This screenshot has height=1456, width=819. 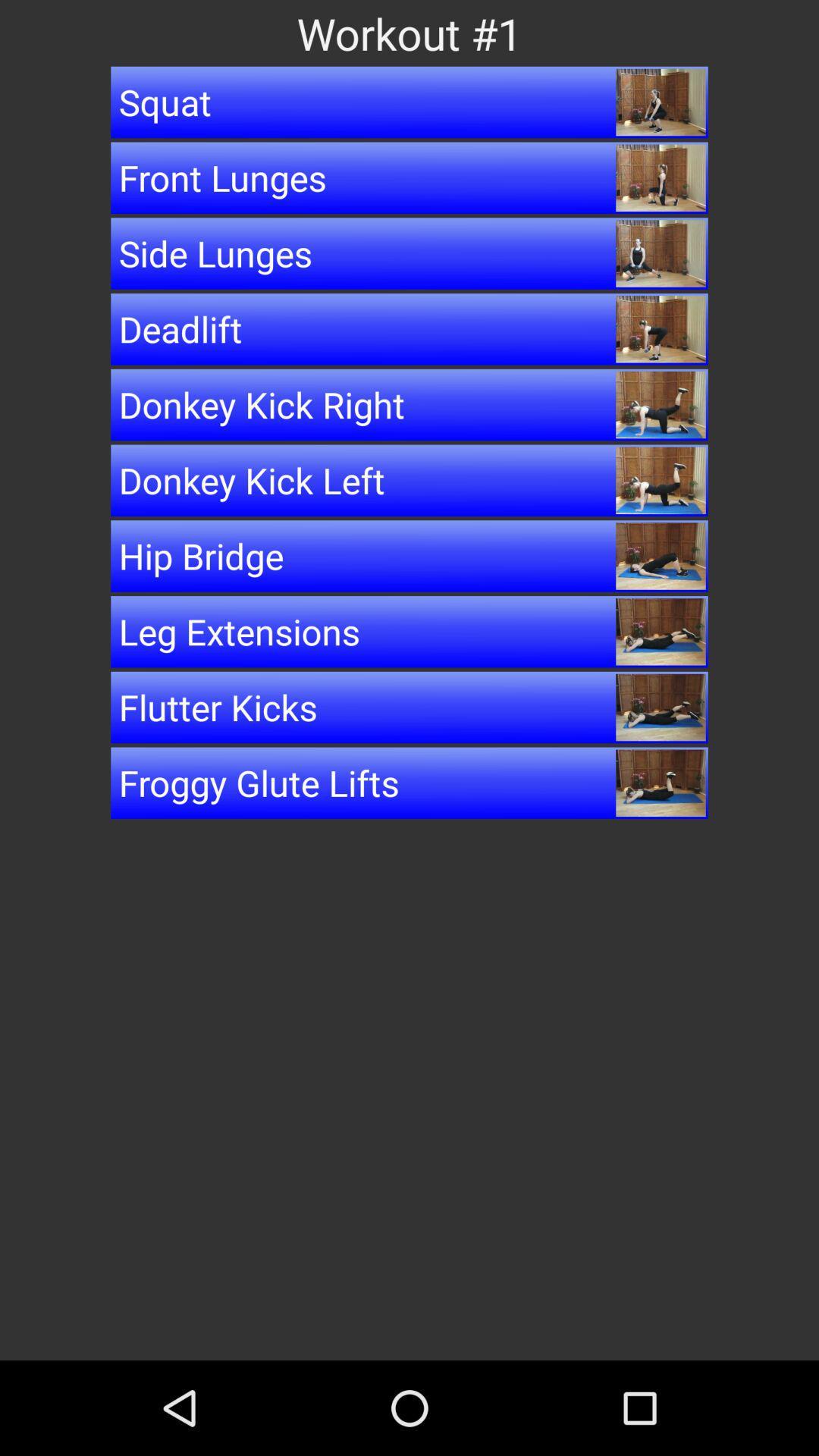 I want to click on the app below the workout #1 app, so click(x=409, y=101).